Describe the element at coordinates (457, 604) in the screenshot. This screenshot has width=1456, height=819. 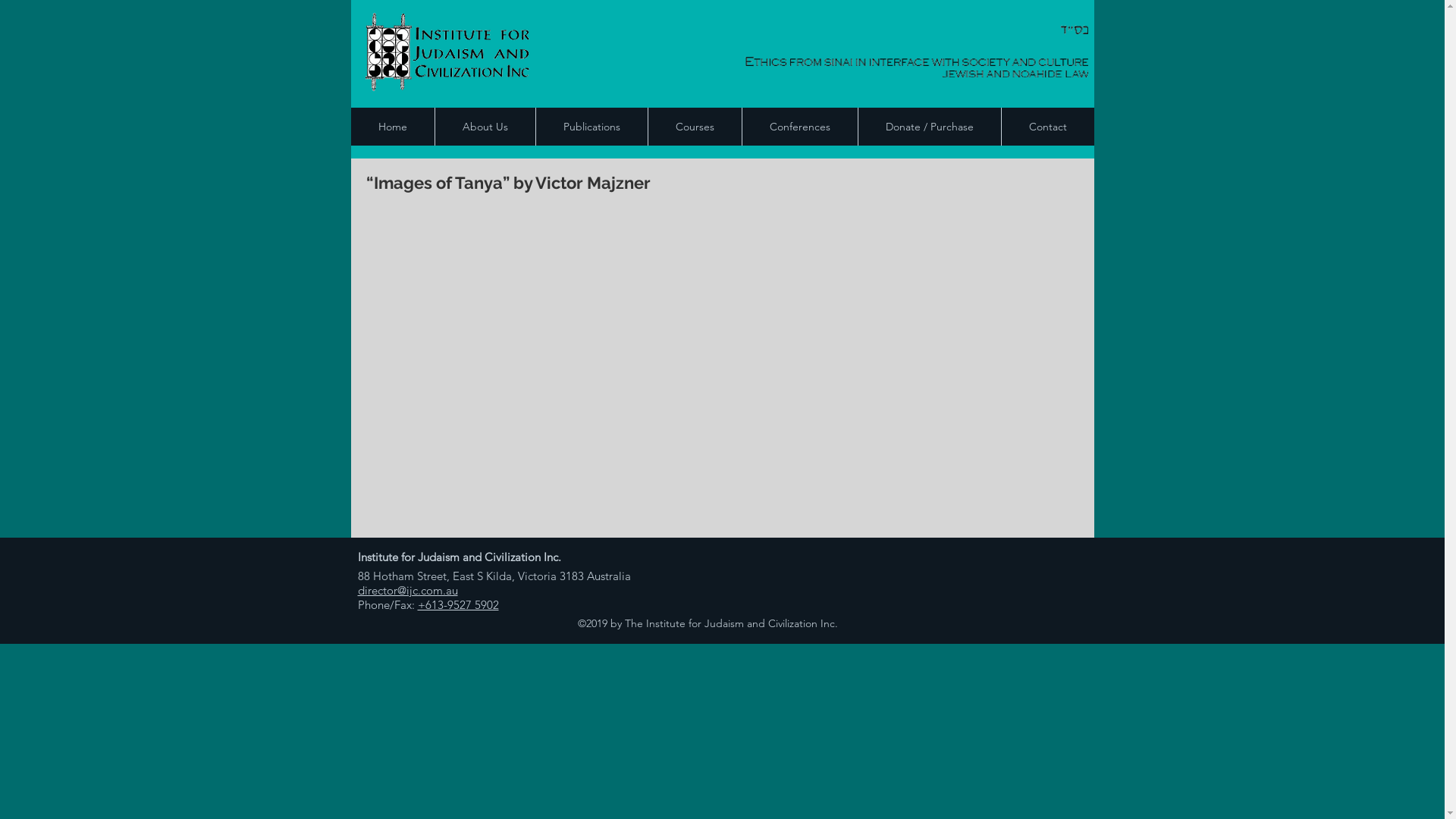
I see `'+613-9527 5902'` at that location.